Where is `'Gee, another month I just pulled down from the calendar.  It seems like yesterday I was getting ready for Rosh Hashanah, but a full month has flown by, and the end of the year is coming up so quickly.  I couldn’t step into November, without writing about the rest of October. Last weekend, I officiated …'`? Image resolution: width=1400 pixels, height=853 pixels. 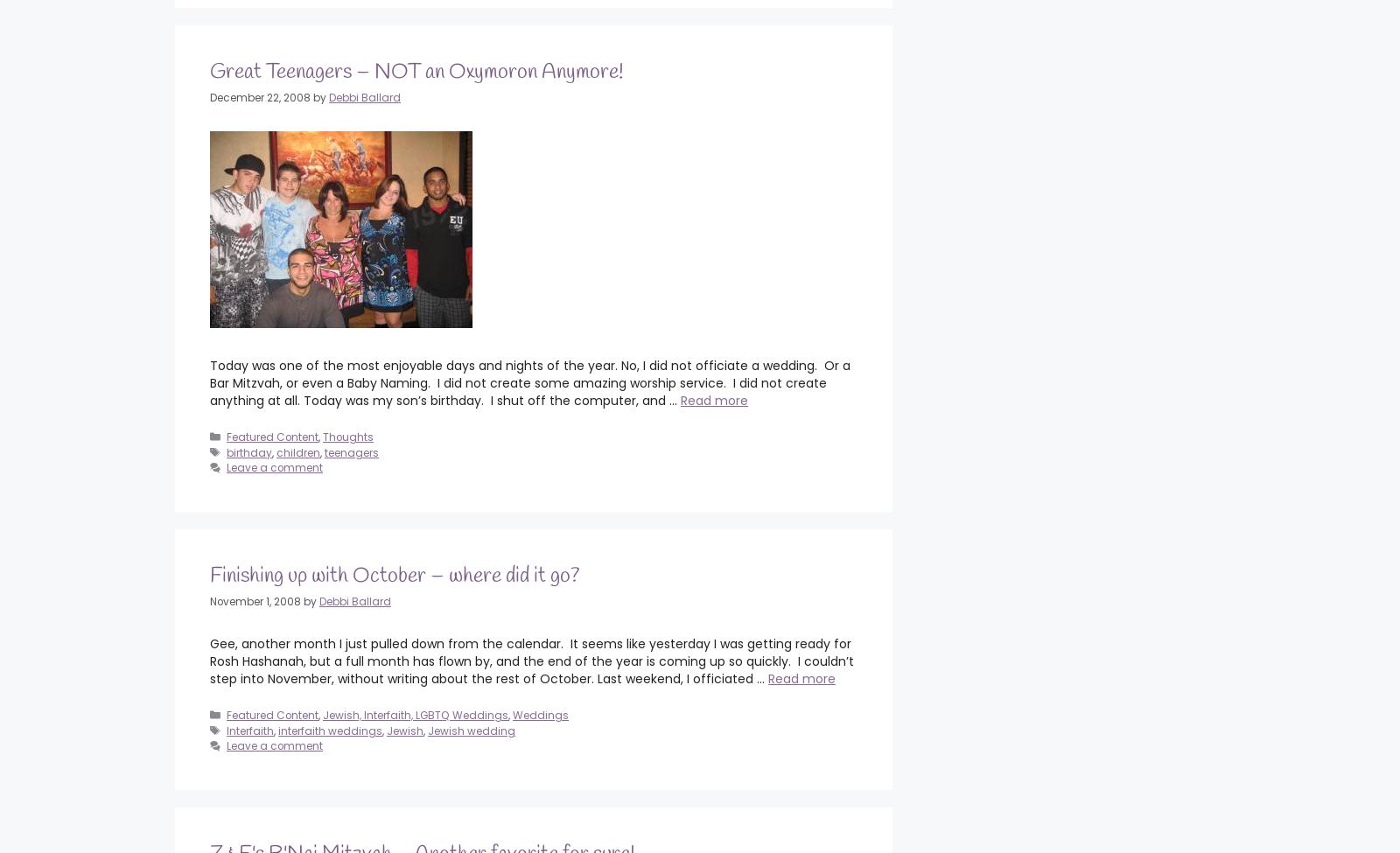 'Gee, another month I just pulled down from the calendar.  It seems like yesterday I was getting ready for Rosh Hashanah, but a full month has flown by, and the end of the year is coming up so quickly.  I couldn’t step into November, without writing about the rest of October. Last weekend, I officiated …' is located at coordinates (532, 660).